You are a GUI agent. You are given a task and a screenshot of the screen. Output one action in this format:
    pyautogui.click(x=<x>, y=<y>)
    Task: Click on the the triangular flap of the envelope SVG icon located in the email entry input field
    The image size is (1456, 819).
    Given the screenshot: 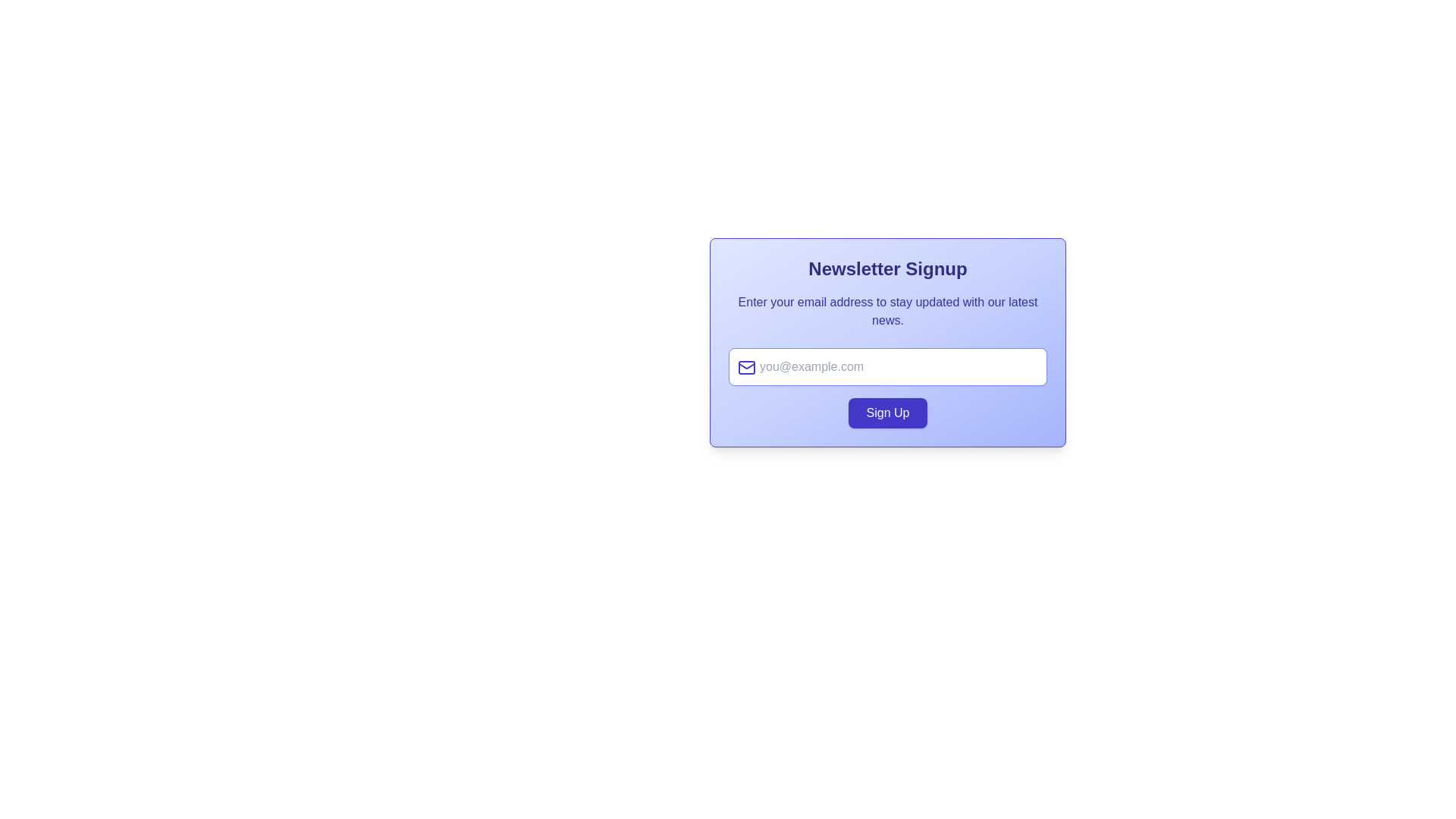 What is the action you would take?
    pyautogui.click(x=746, y=366)
    